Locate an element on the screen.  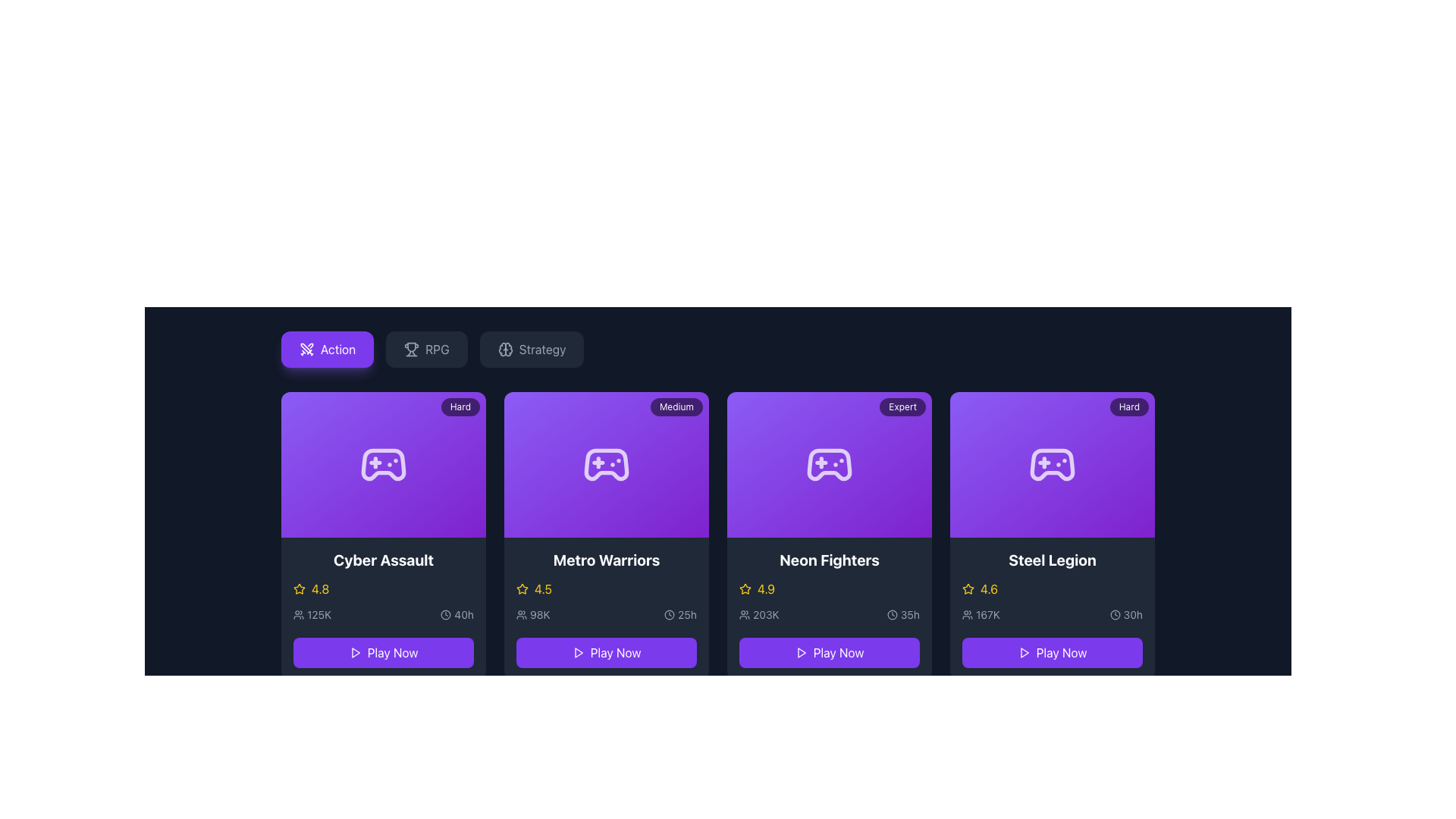
the 'Play Now' button, which is a violet rectangular button with rounded edges located below the 'Cyber Assault' label in the first game card is located at coordinates (383, 651).